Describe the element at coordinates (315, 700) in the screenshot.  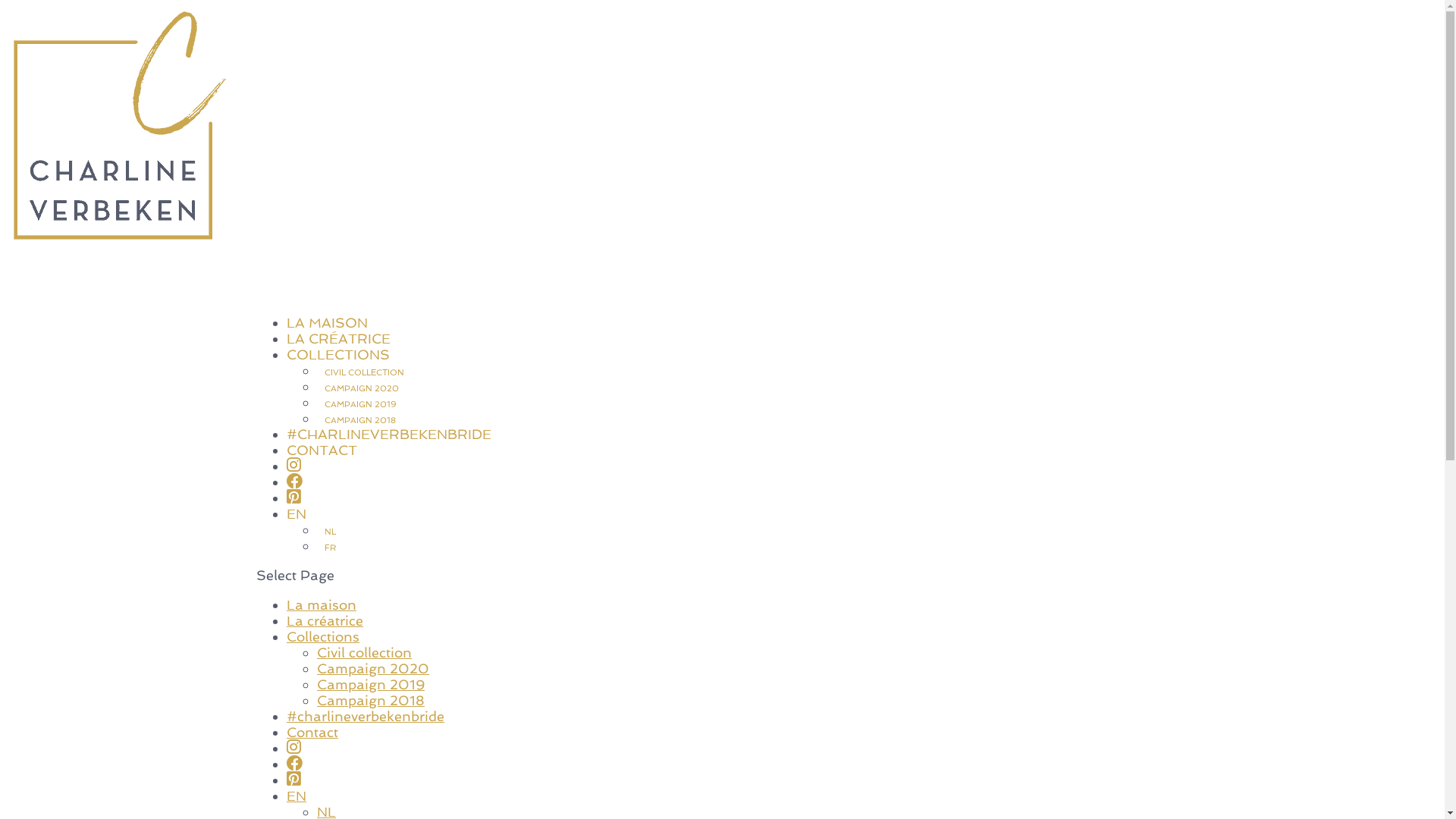
I see `'Campaign 2018'` at that location.